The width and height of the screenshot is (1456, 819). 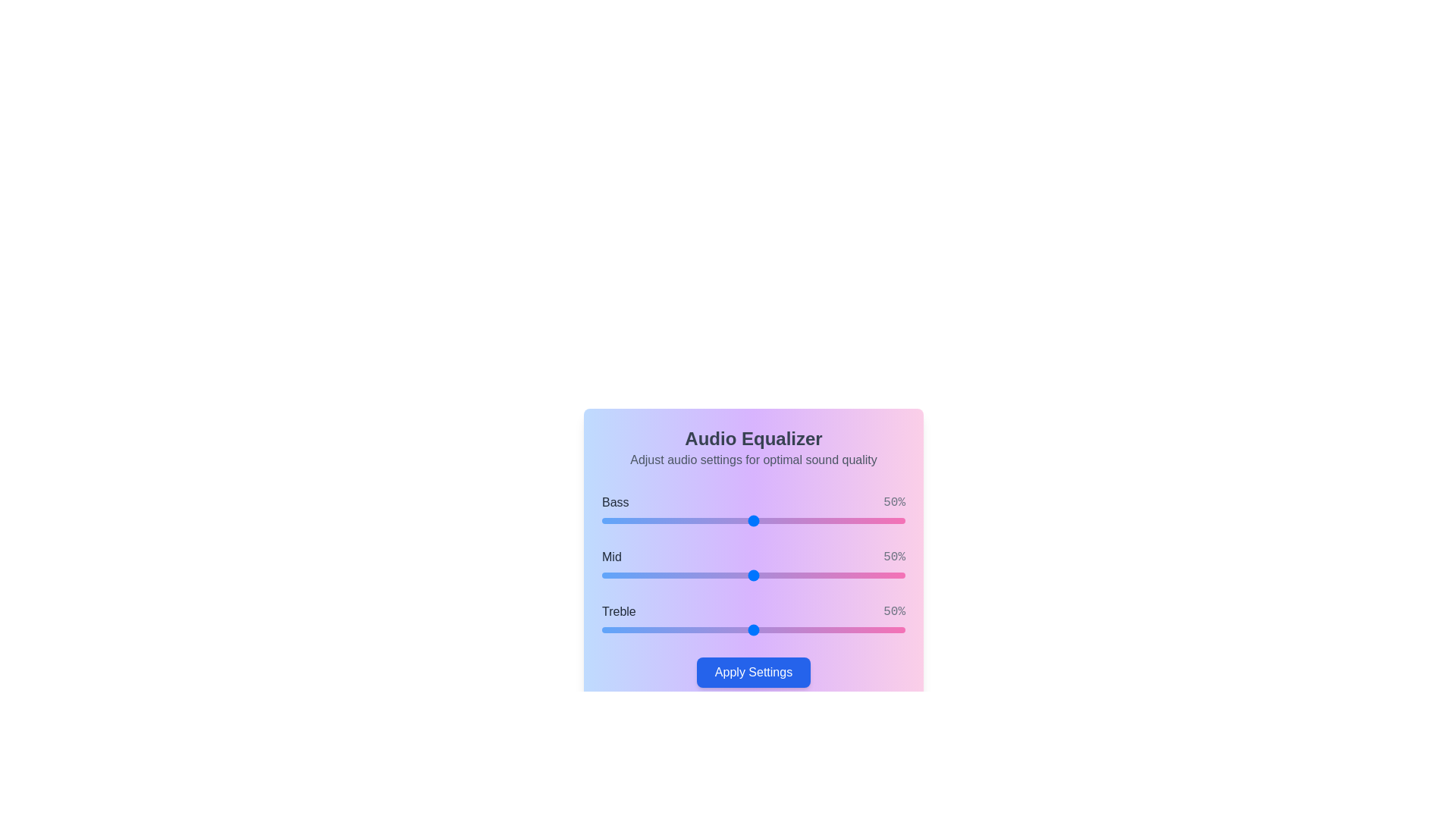 What do you see at coordinates (654, 576) in the screenshot?
I see `the 1 slider to 17%` at bounding box center [654, 576].